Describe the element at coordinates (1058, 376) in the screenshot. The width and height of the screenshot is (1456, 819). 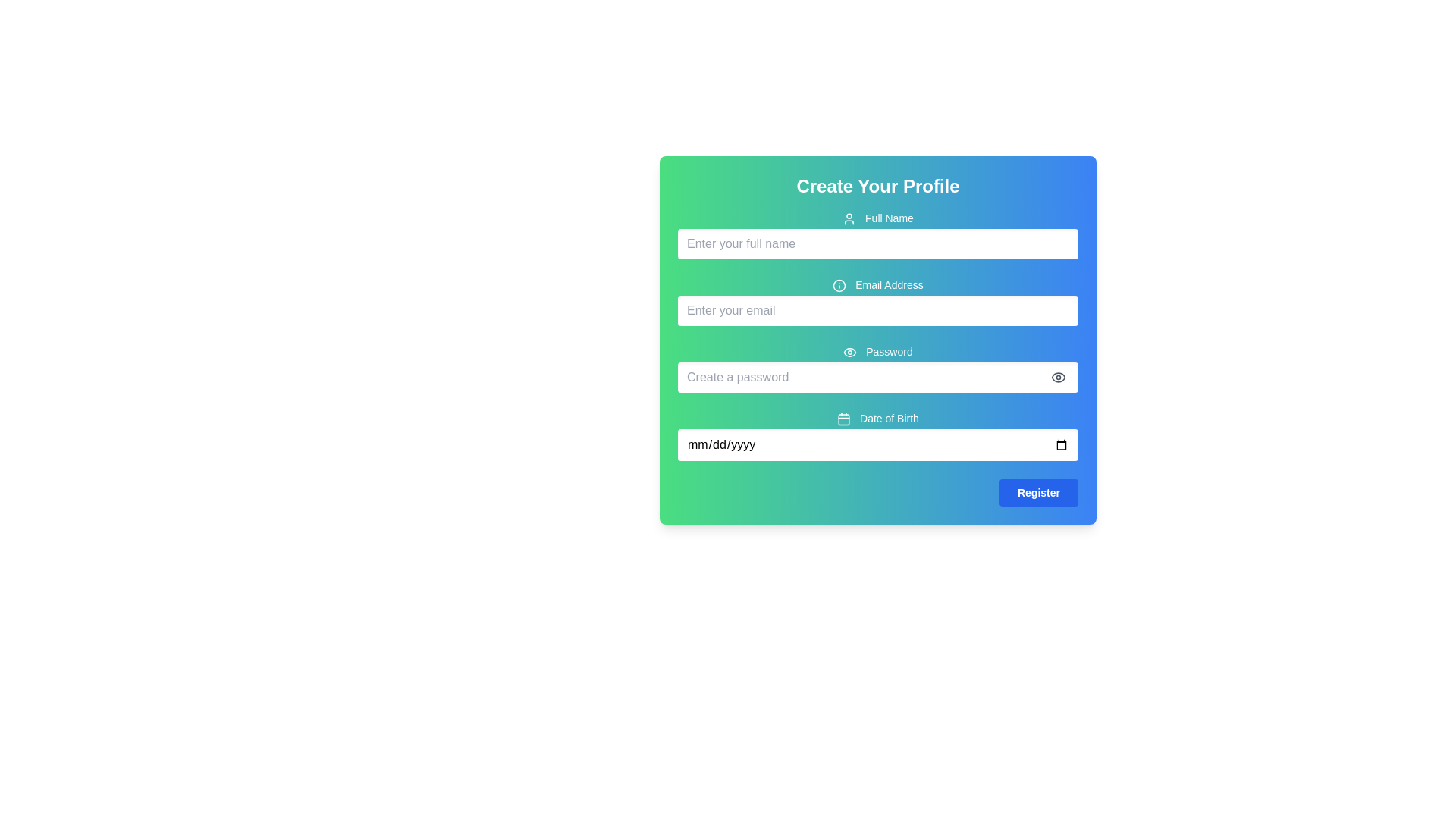
I see `the eye icon located on the right side of the password input field` at that location.